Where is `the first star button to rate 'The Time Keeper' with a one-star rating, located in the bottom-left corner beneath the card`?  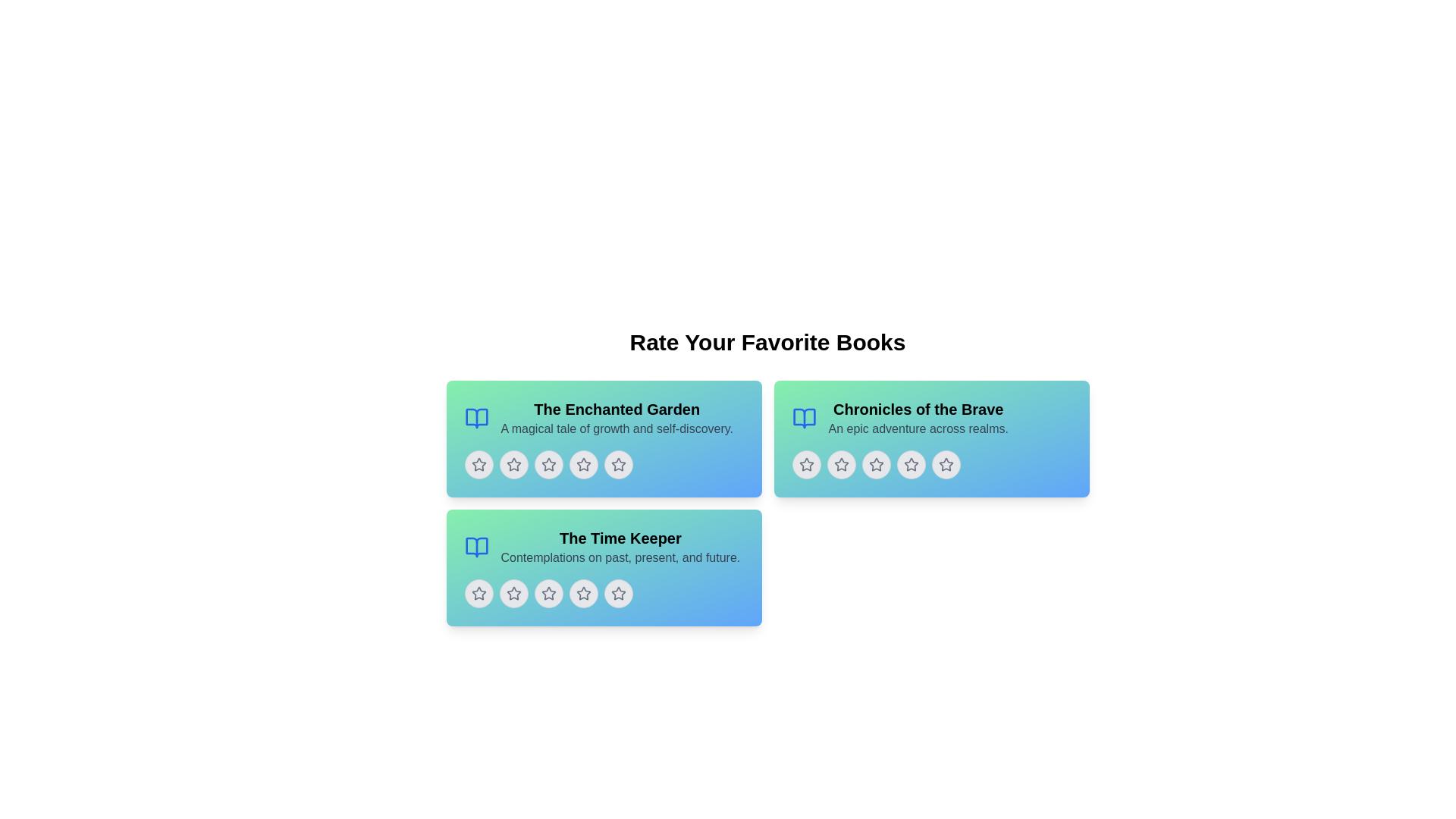
the first star button to rate 'The Time Keeper' with a one-star rating, located in the bottom-left corner beneath the card is located at coordinates (478, 593).